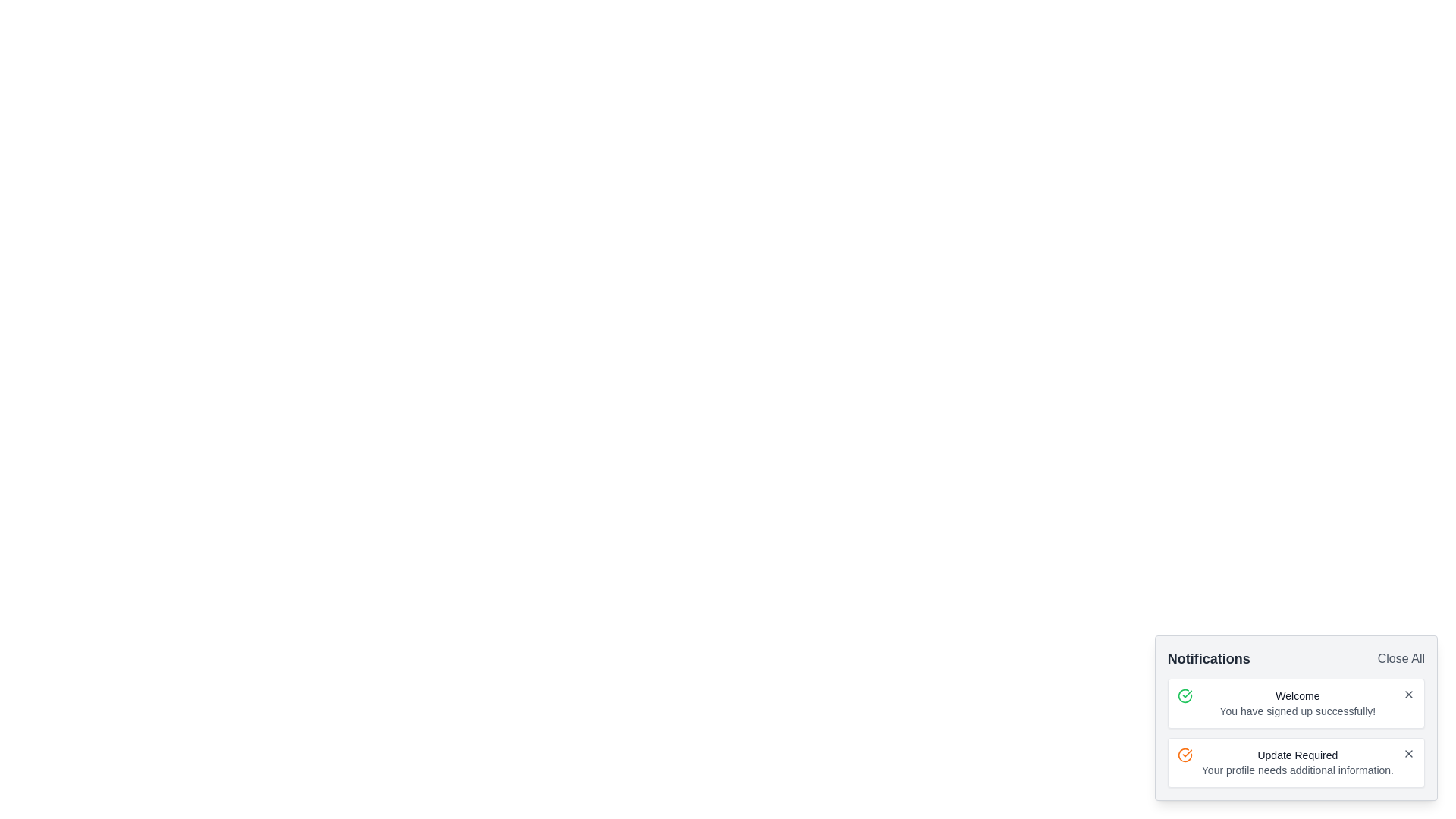 The width and height of the screenshot is (1456, 819). What do you see at coordinates (1184, 696) in the screenshot?
I see `the success icon located at the top left of the notification card that contains the text 'Welcome' and 'You have signed up successfully!'` at bounding box center [1184, 696].